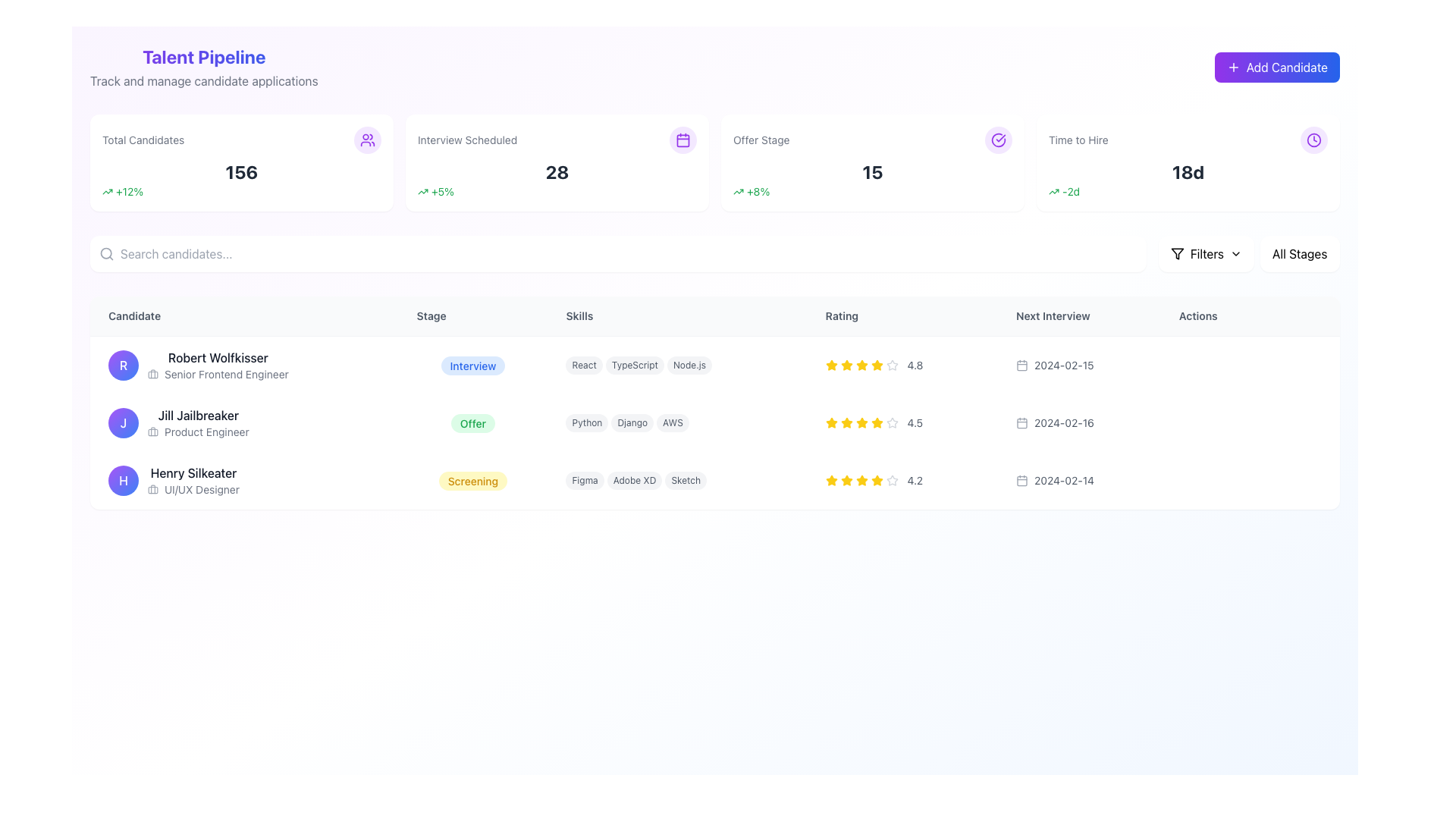  Describe the element at coordinates (244, 480) in the screenshot. I see `the candidate profile of 'Henry Silkeater', a UI/UX Designer, located in the Talent Pipeline section as the third item in the list` at that location.